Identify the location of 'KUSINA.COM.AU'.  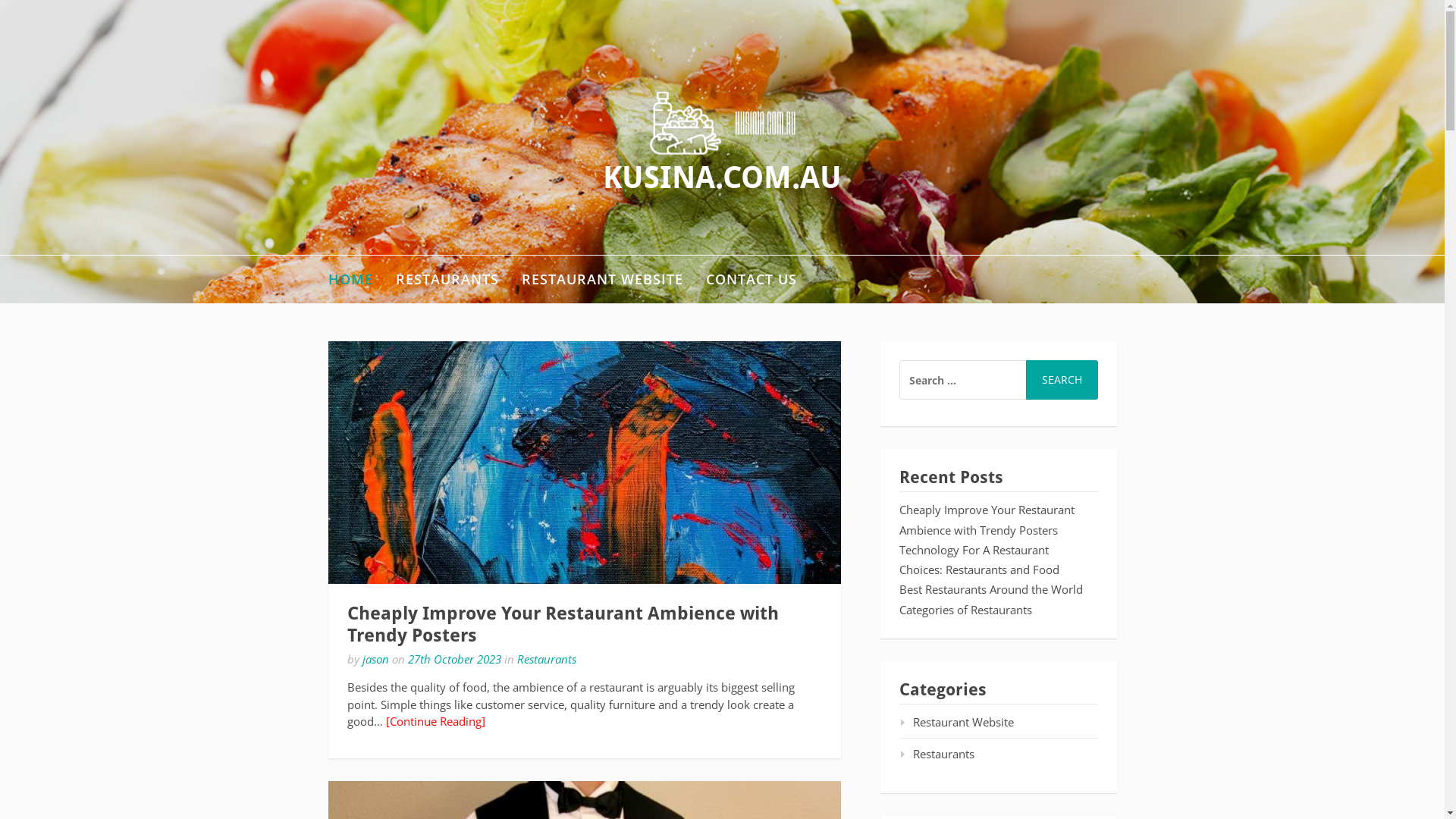
(721, 177).